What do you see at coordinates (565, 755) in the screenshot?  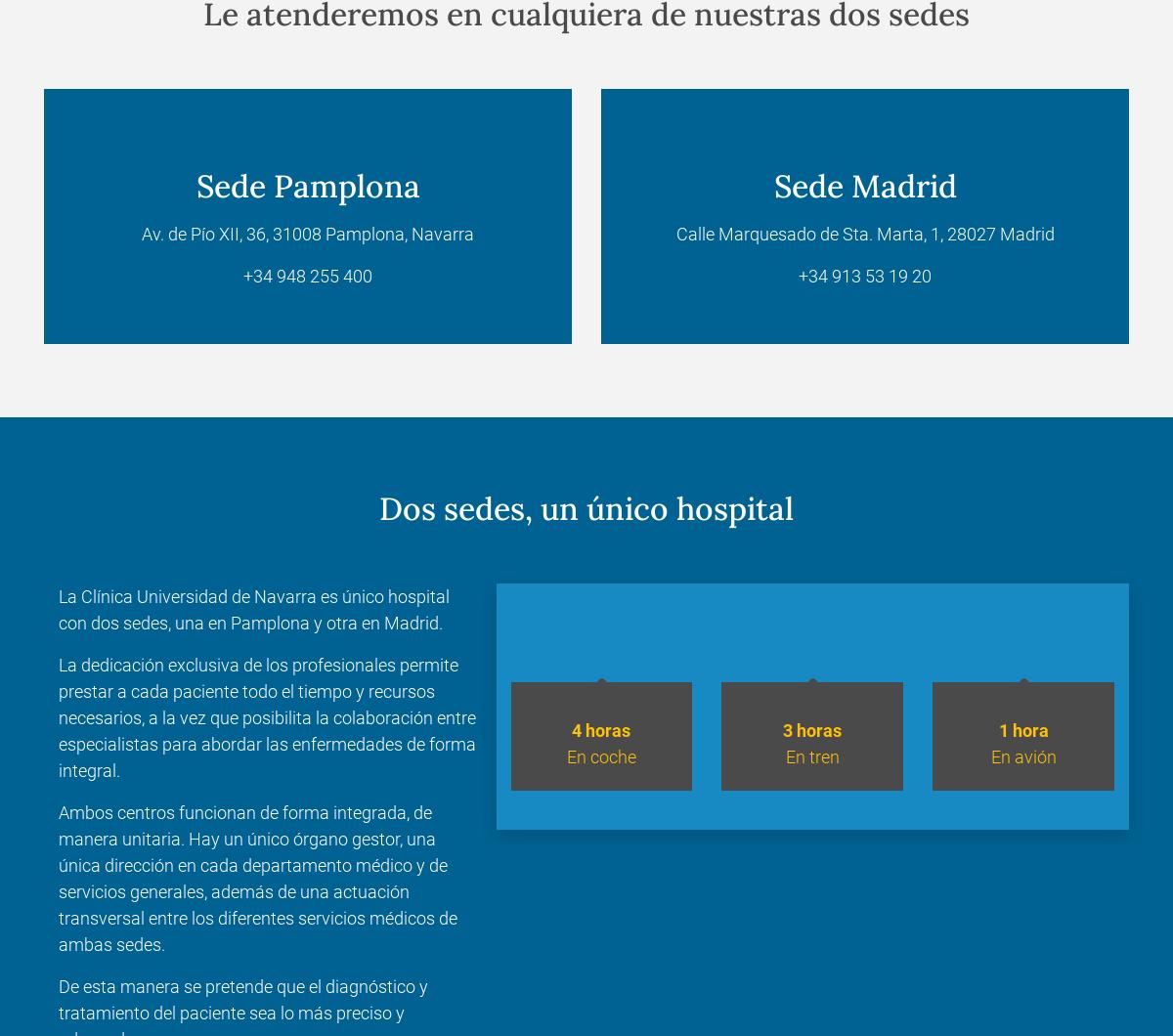 I see `'En coche'` at bounding box center [565, 755].